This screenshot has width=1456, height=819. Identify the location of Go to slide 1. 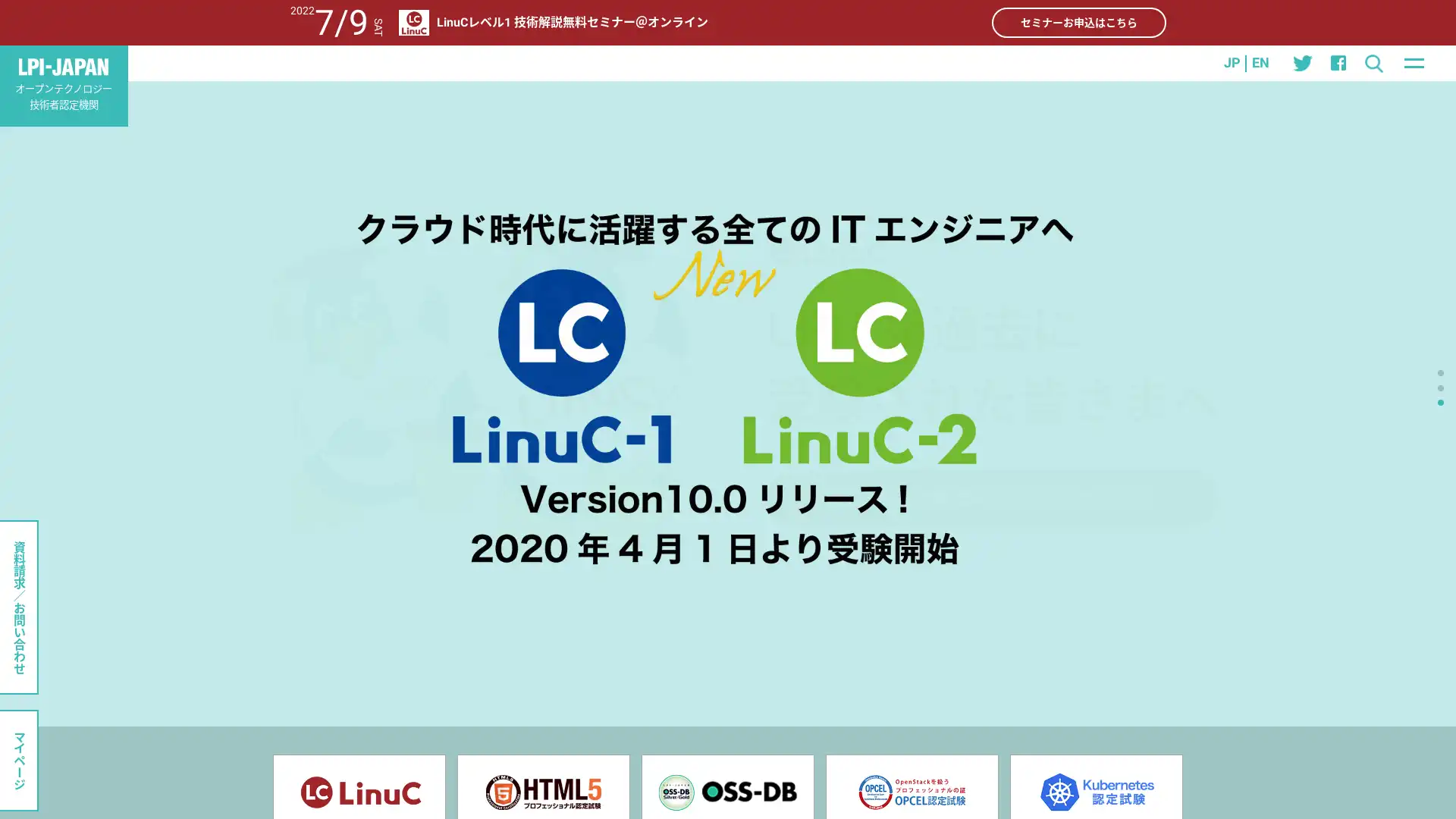
(1440, 373).